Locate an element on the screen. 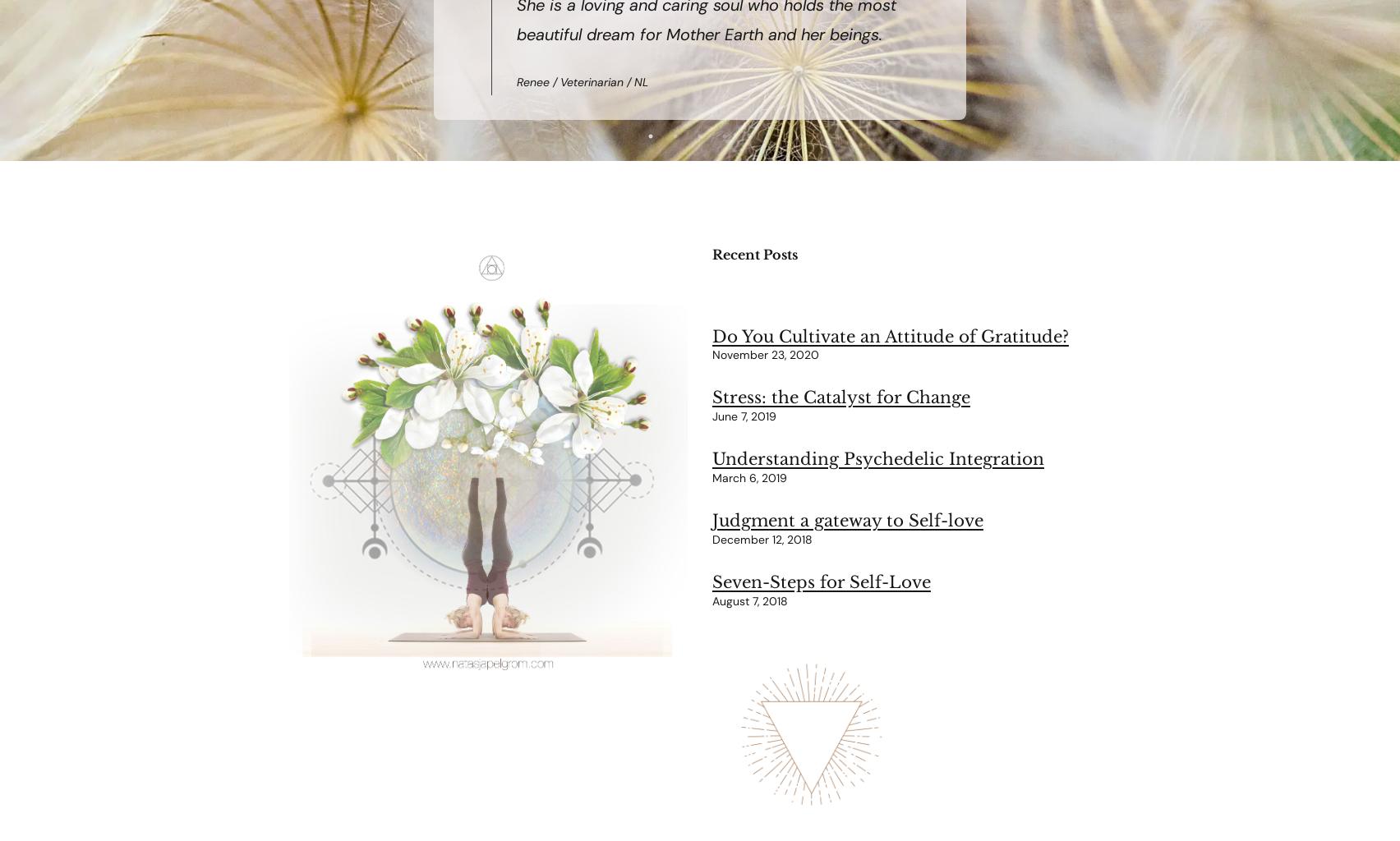  'August 7, 2018' is located at coordinates (748, 600).